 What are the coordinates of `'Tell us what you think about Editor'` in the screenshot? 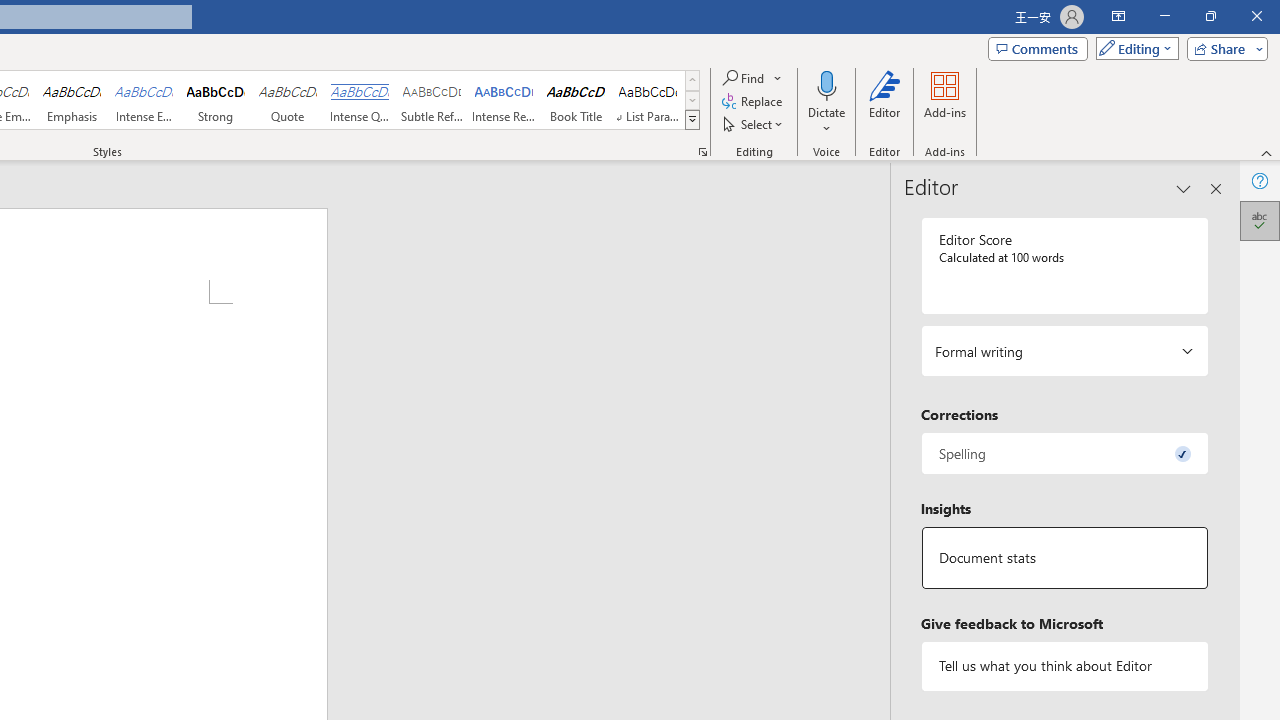 It's located at (1063, 666).